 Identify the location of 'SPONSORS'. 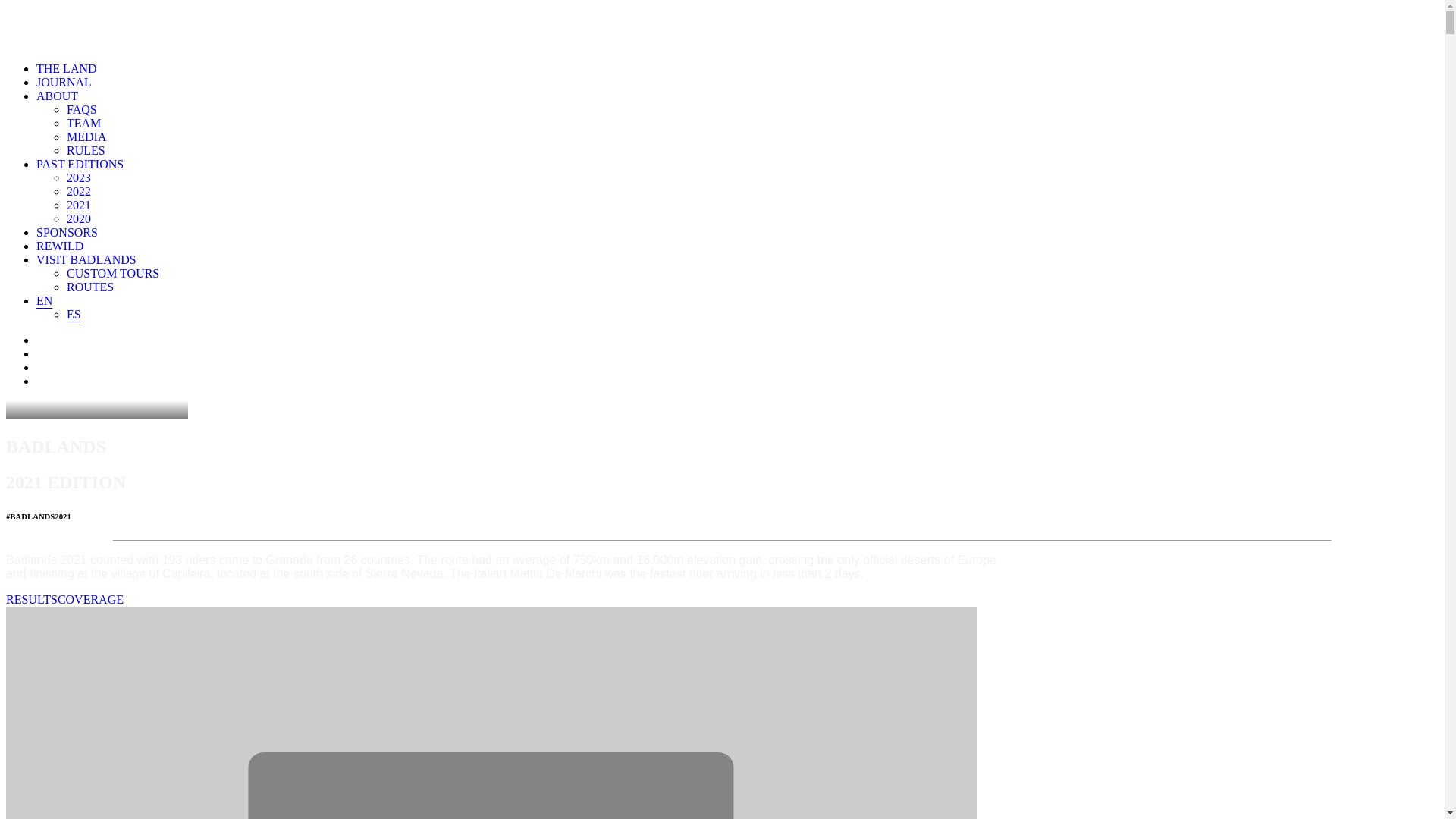
(66, 232).